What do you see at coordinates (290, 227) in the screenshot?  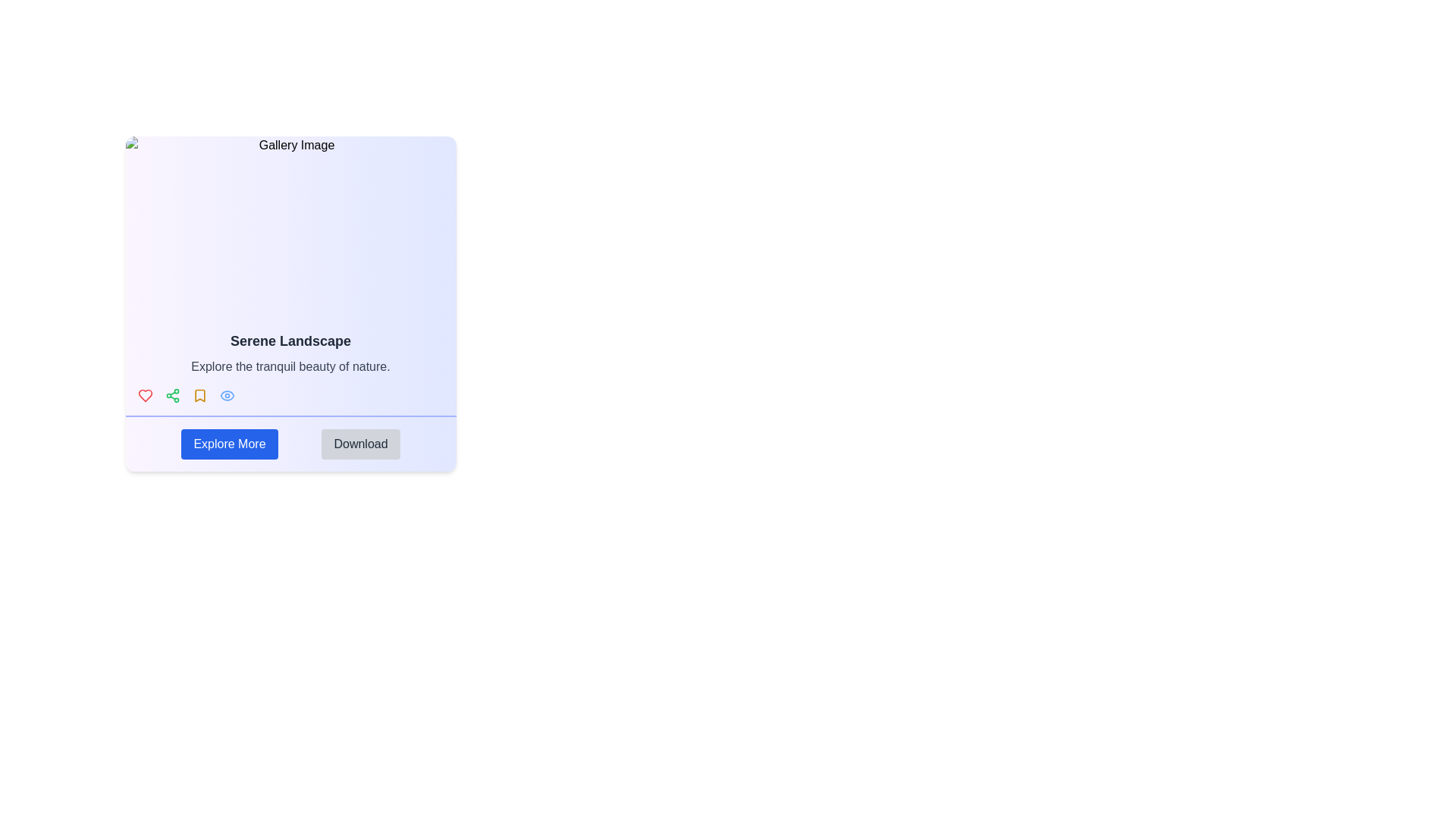 I see `the placeholder image located in the upper section of the card above the title 'Serene Landscape'` at bounding box center [290, 227].